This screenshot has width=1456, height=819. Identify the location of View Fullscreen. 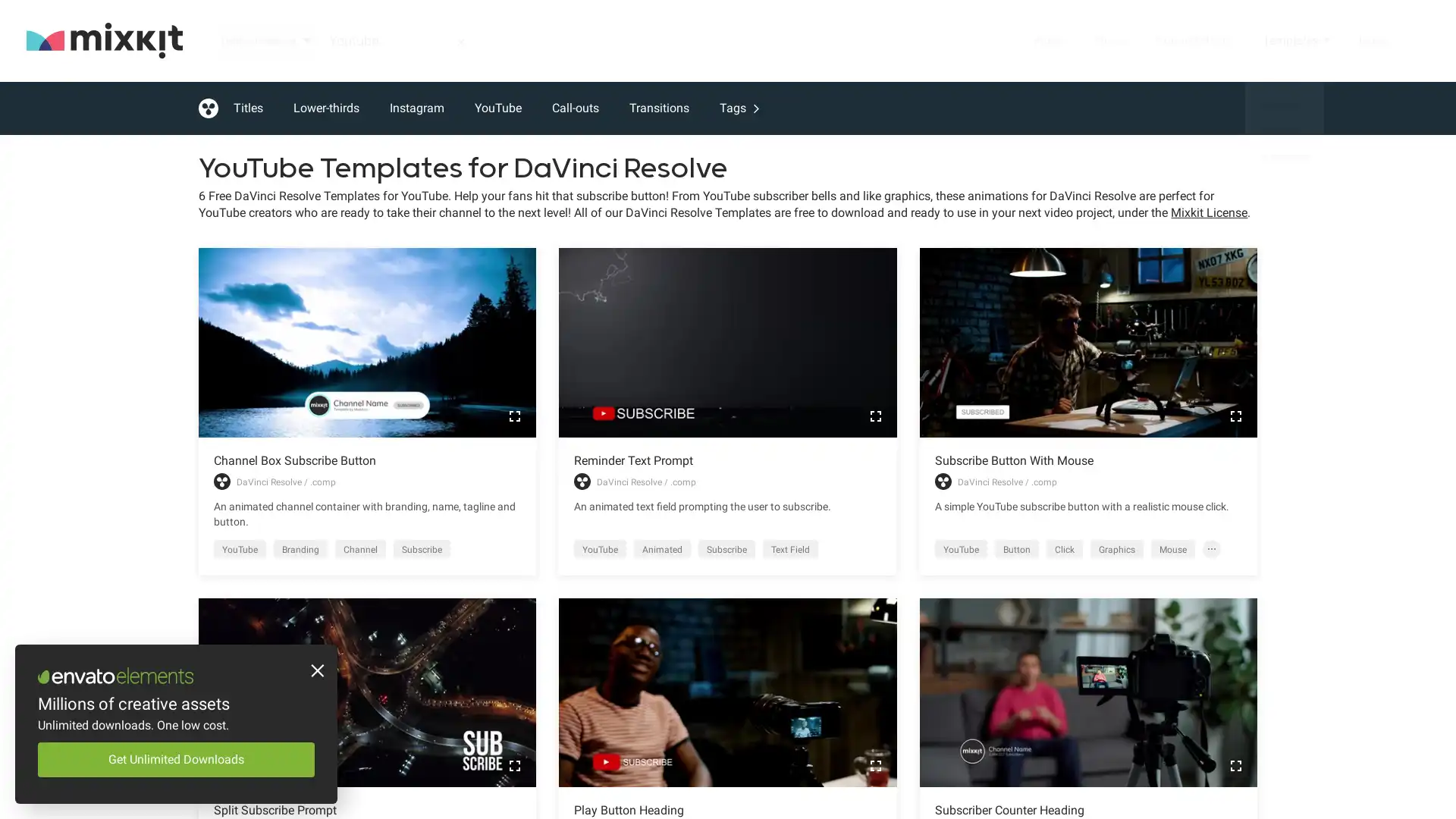
(514, 766).